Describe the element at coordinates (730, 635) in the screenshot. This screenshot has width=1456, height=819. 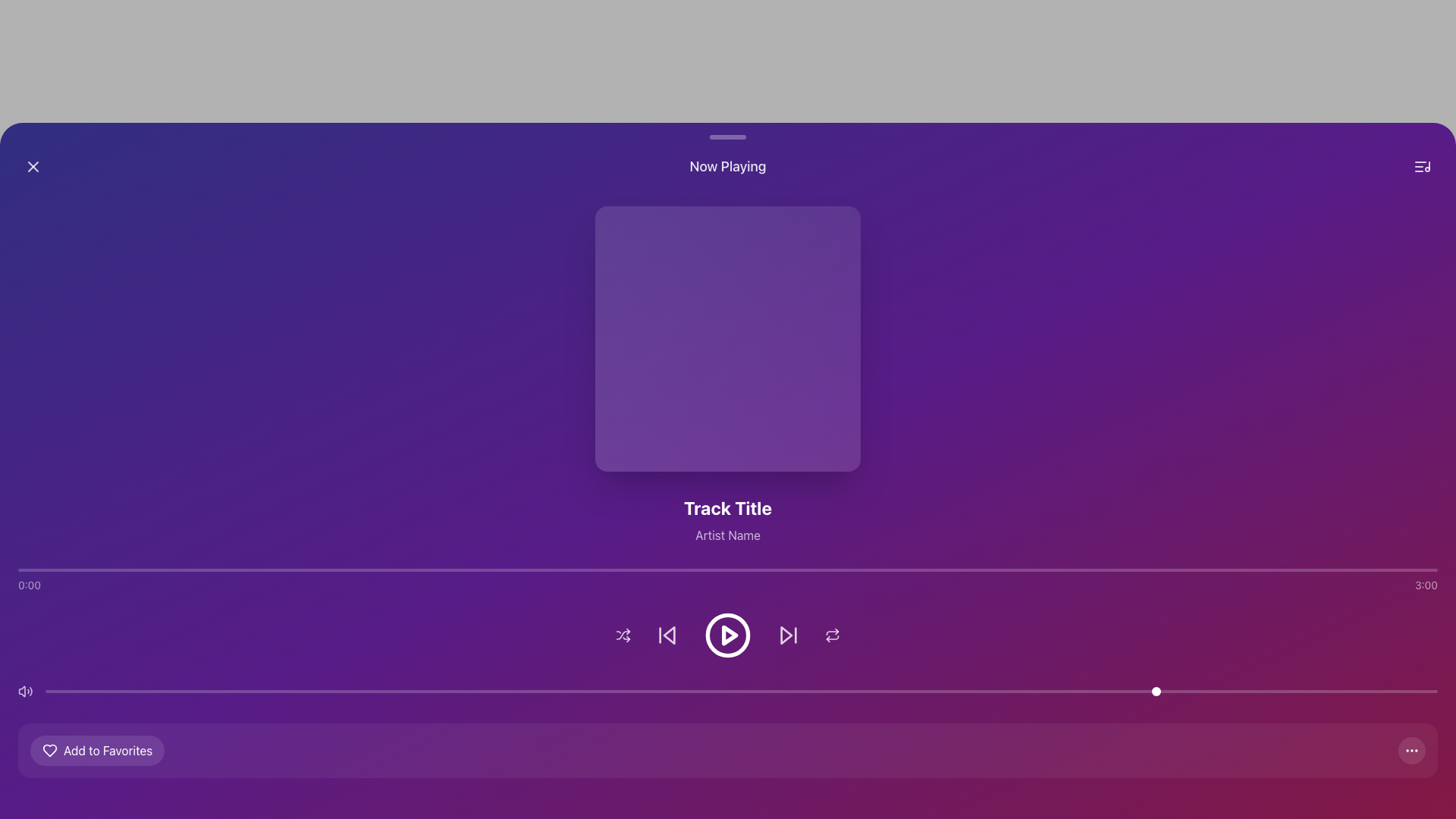
I see `the decorative play indicator icon within the circular play button located` at that location.